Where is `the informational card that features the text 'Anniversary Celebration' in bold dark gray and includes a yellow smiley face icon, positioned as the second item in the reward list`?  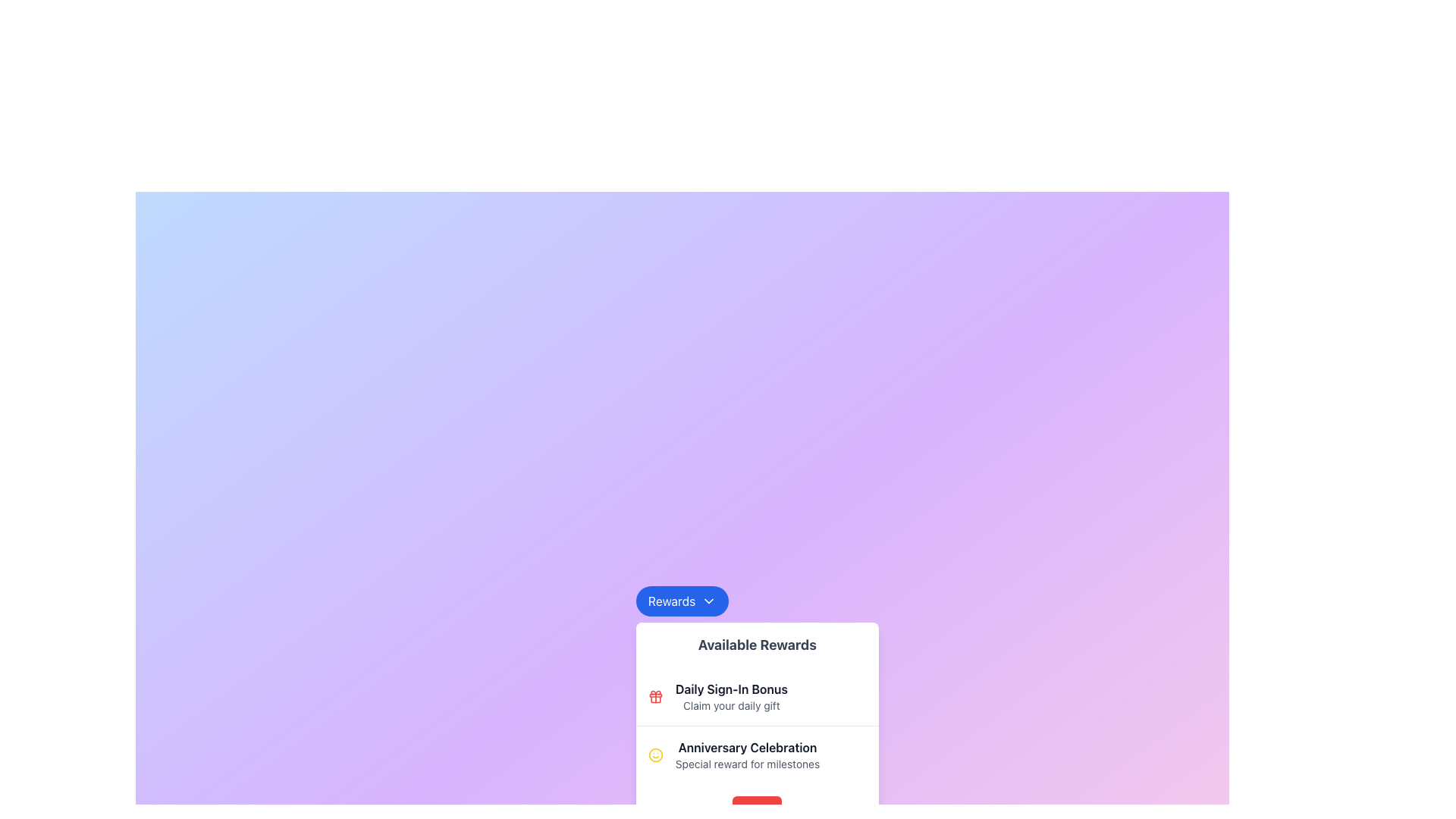 the informational card that features the text 'Anniversary Celebration' in bold dark gray and includes a yellow smiley face icon, positioned as the second item in the reward list is located at coordinates (757, 755).